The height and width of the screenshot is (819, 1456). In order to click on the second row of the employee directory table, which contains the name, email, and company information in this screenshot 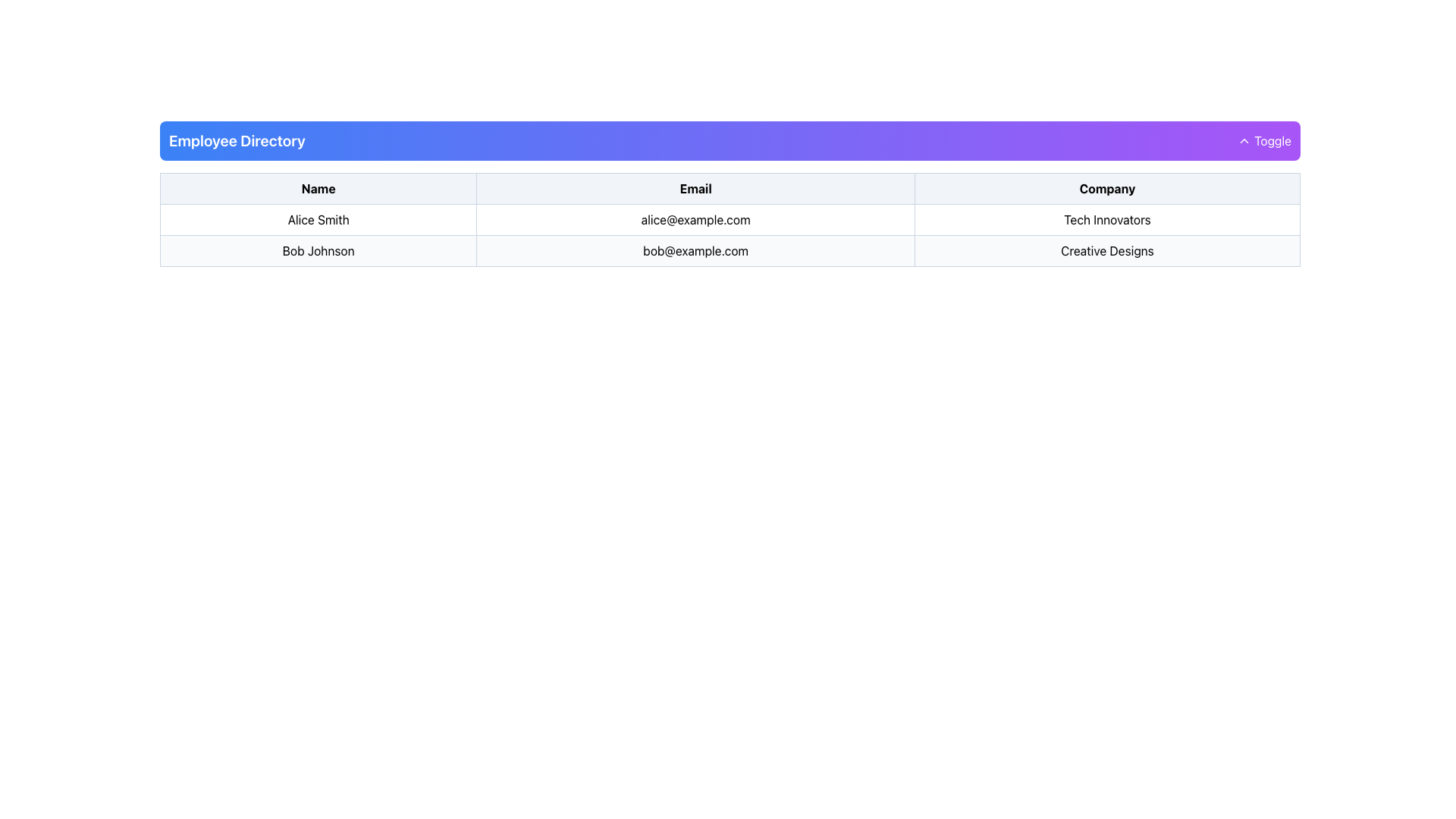, I will do `click(730, 250)`.